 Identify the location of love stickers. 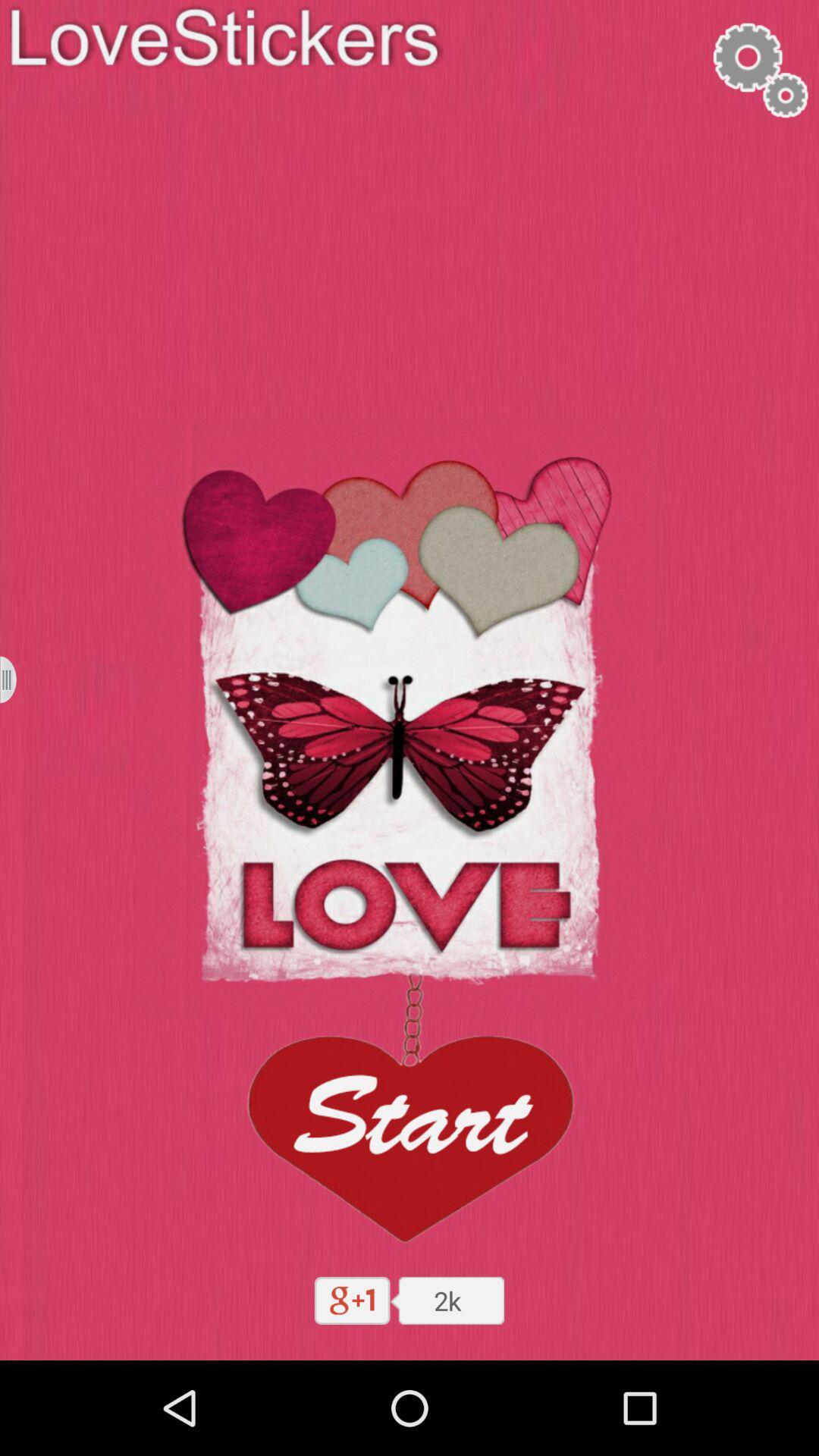
(17, 679).